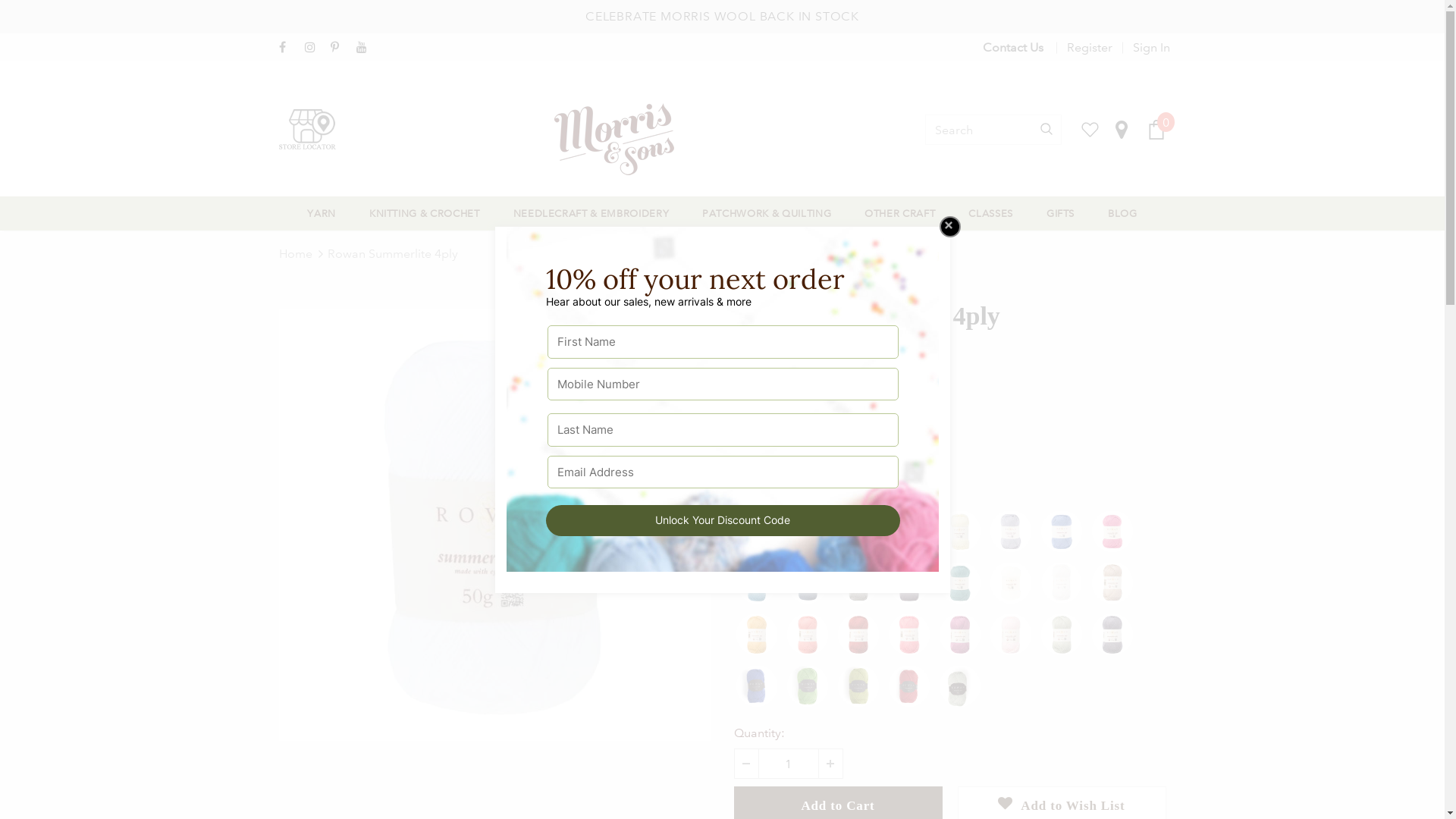 The height and width of the screenshot is (819, 1456). Describe the element at coordinates (701, 213) in the screenshot. I see `'PATCHWORK & QUILTING'` at that location.